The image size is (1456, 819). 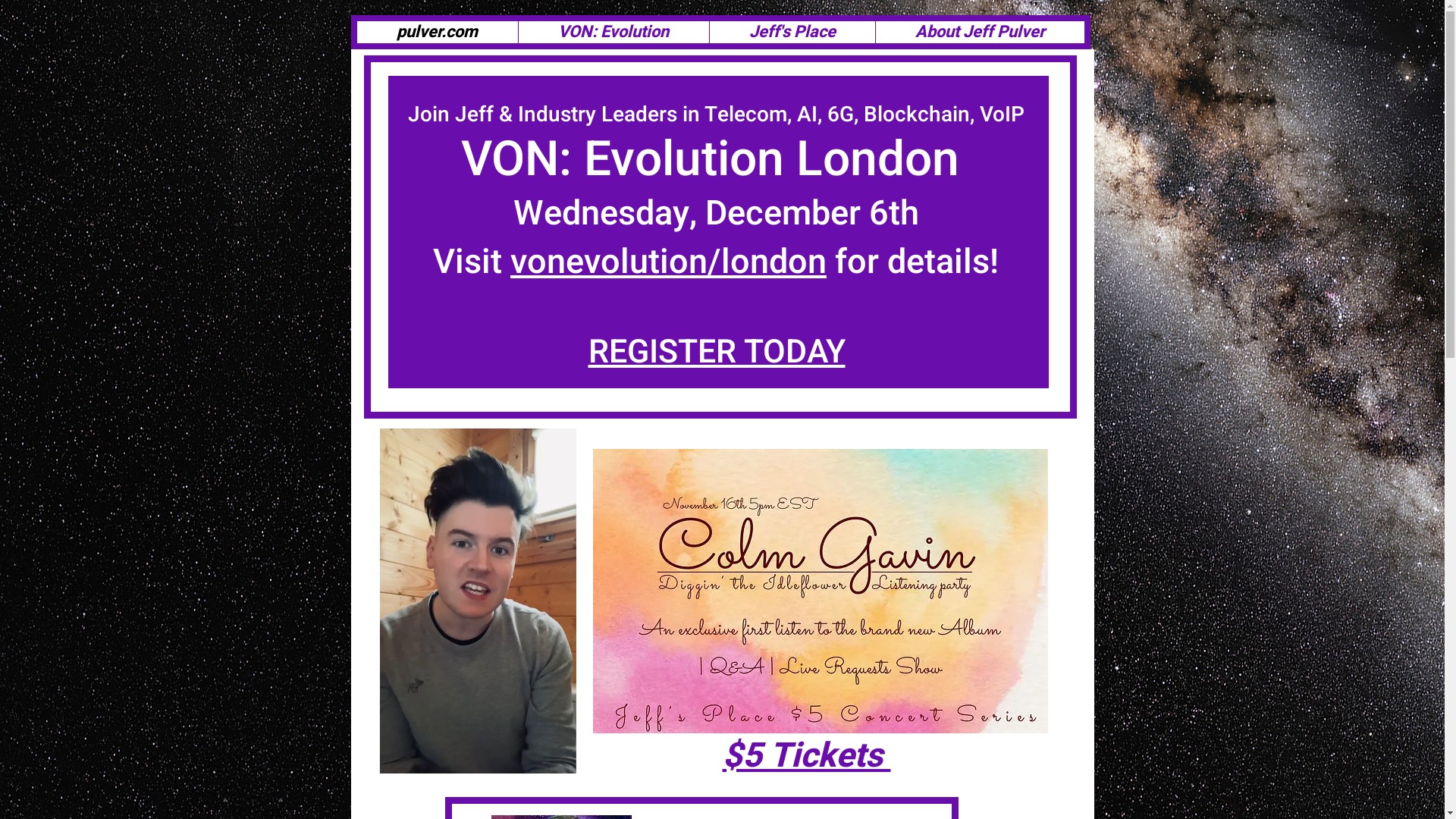 I want to click on 'pulver.com', so click(x=436, y=32).